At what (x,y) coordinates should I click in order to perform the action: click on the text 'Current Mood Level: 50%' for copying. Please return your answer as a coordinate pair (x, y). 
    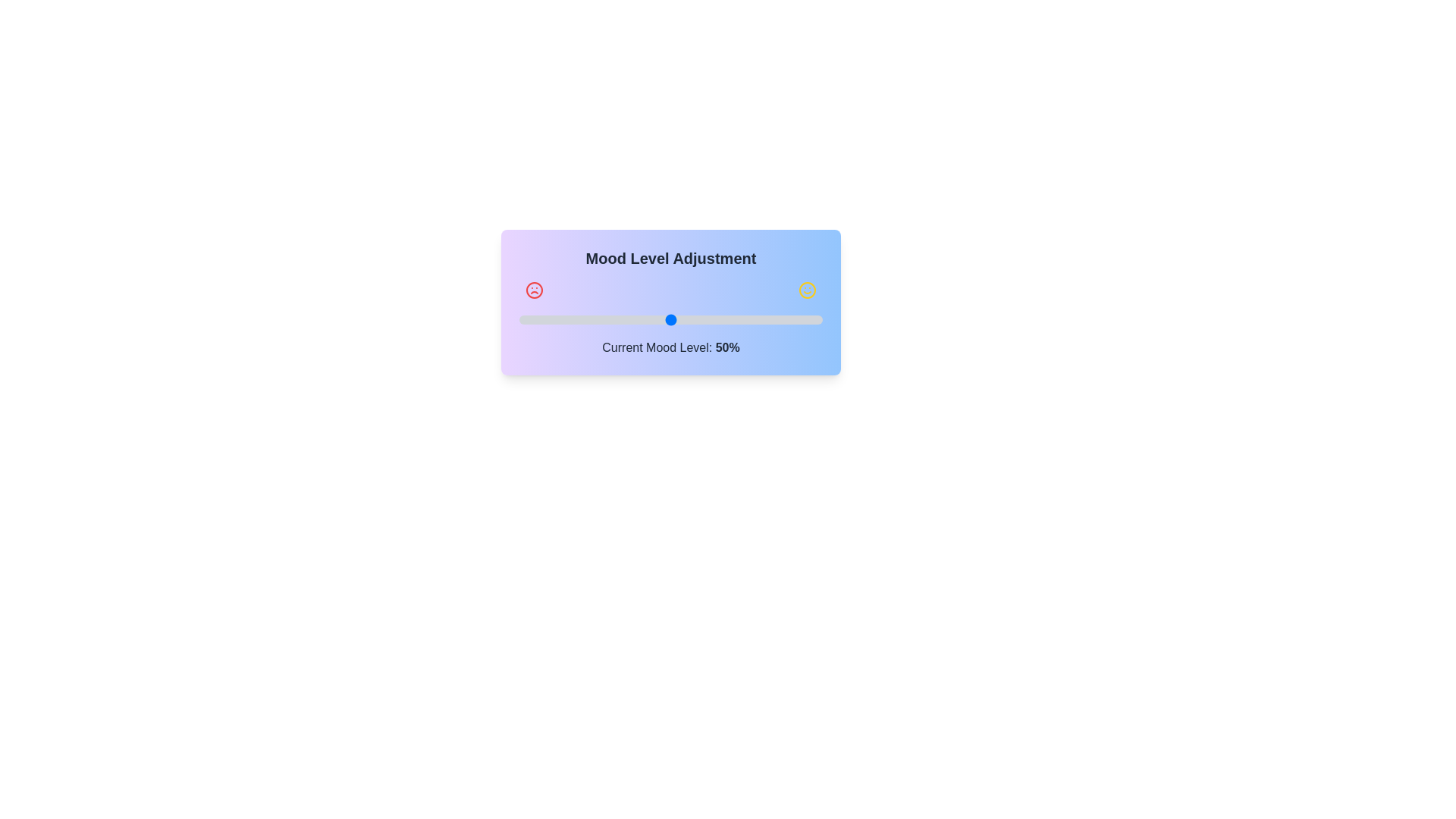
    Looking at the image, I should click on (670, 348).